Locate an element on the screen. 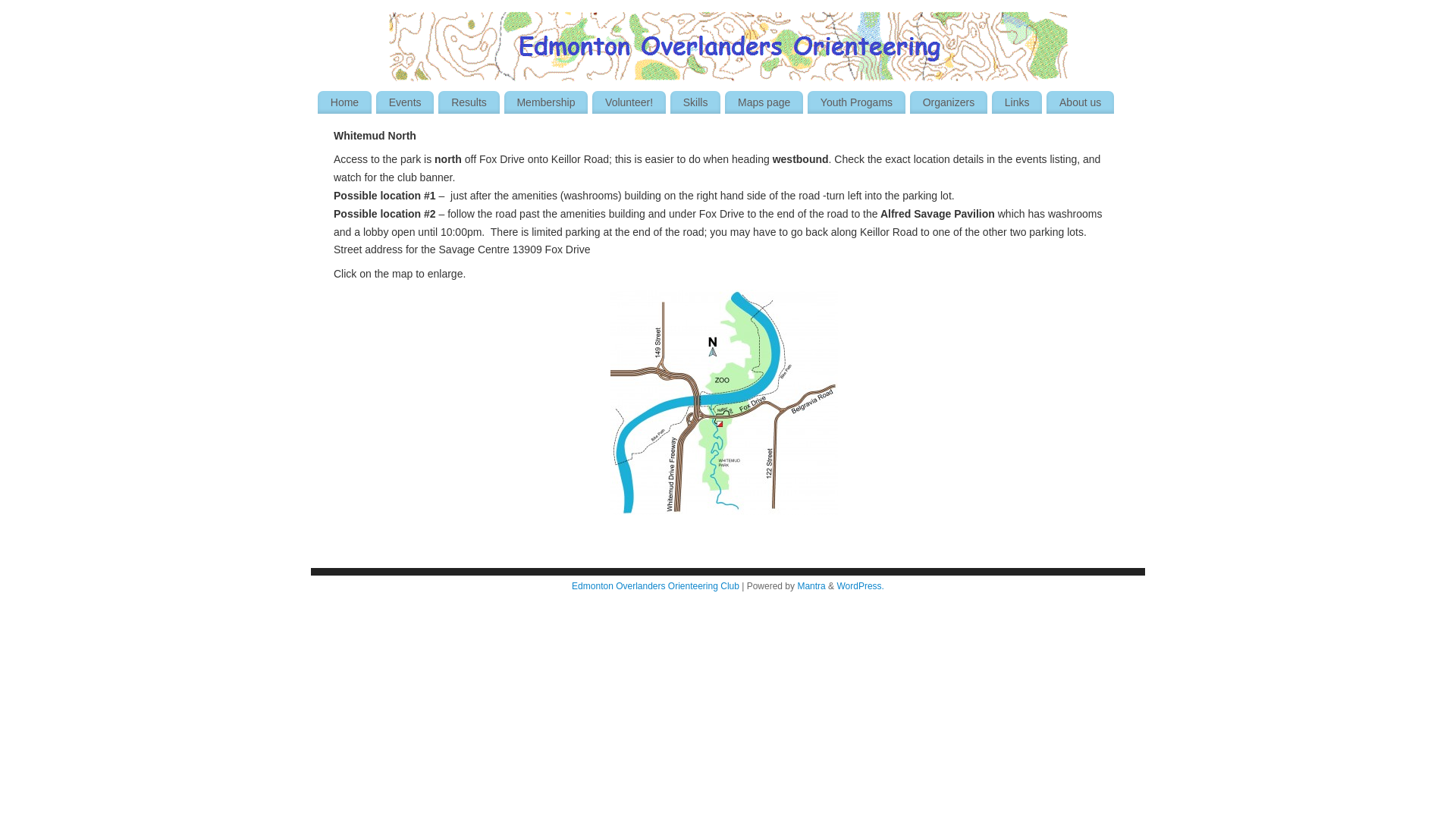 This screenshot has width=1456, height=819. 'Edmonton Overlanders Orienteering Club' is located at coordinates (655, 585).